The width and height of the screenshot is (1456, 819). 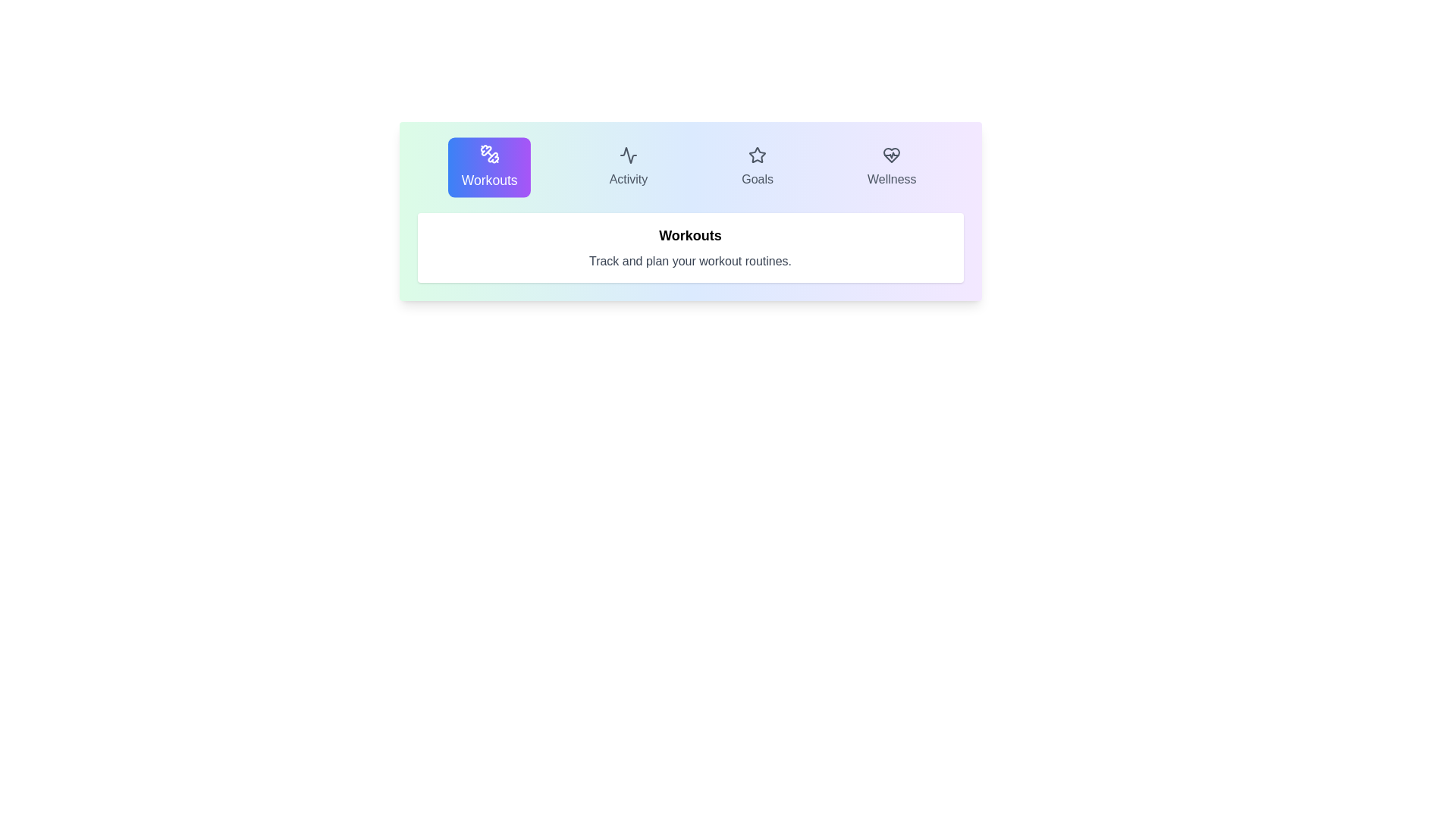 What do you see at coordinates (629, 167) in the screenshot?
I see `the Navigation button, which is the second item in the menu bar, located between 'Workouts' and 'Goals', to observe style changes` at bounding box center [629, 167].